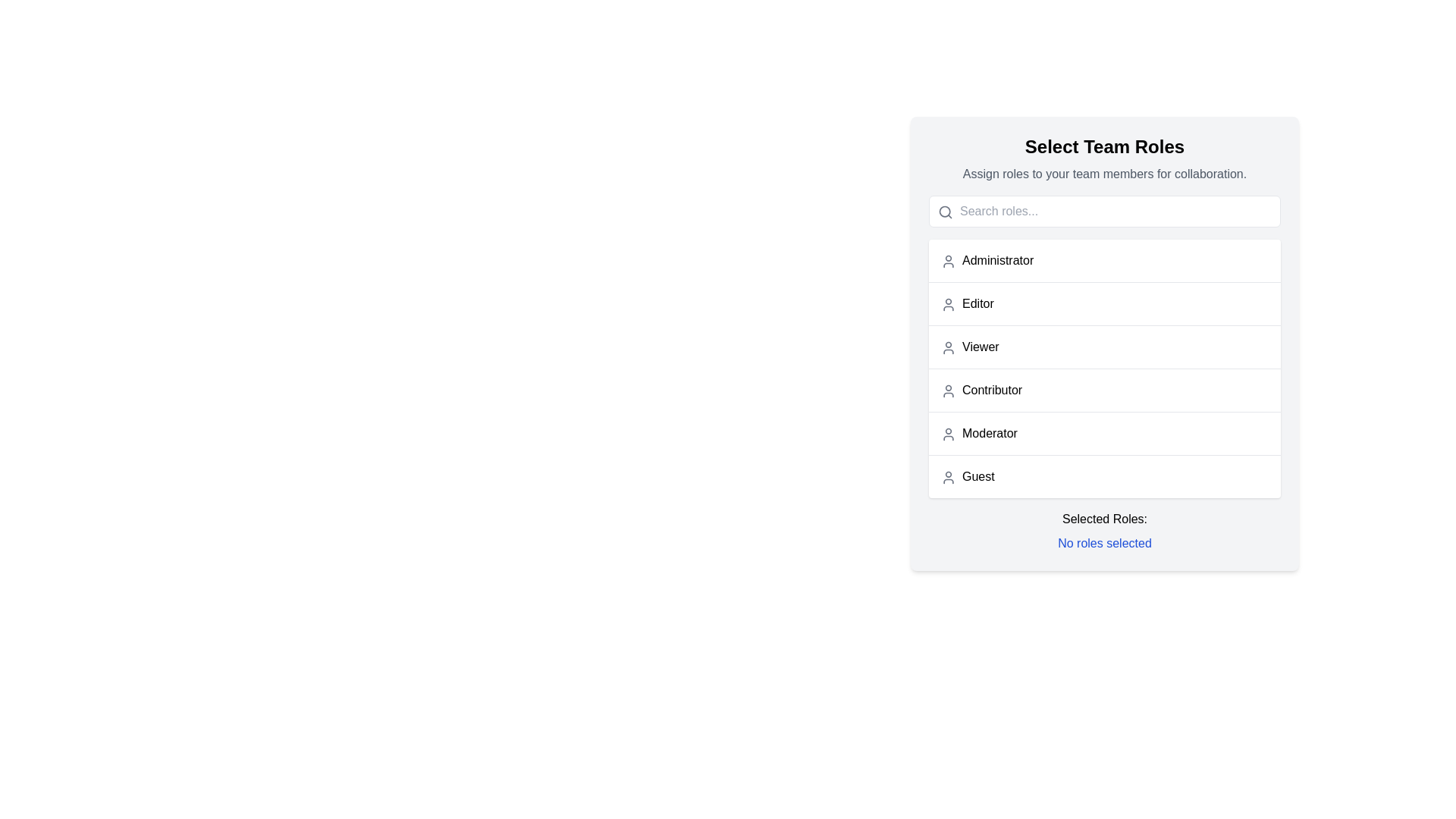  What do you see at coordinates (1105, 303) in the screenshot?
I see `the 'Editor' role selectable list item located between 'Administrator' and 'Viewer' in the team role selection box` at bounding box center [1105, 303].